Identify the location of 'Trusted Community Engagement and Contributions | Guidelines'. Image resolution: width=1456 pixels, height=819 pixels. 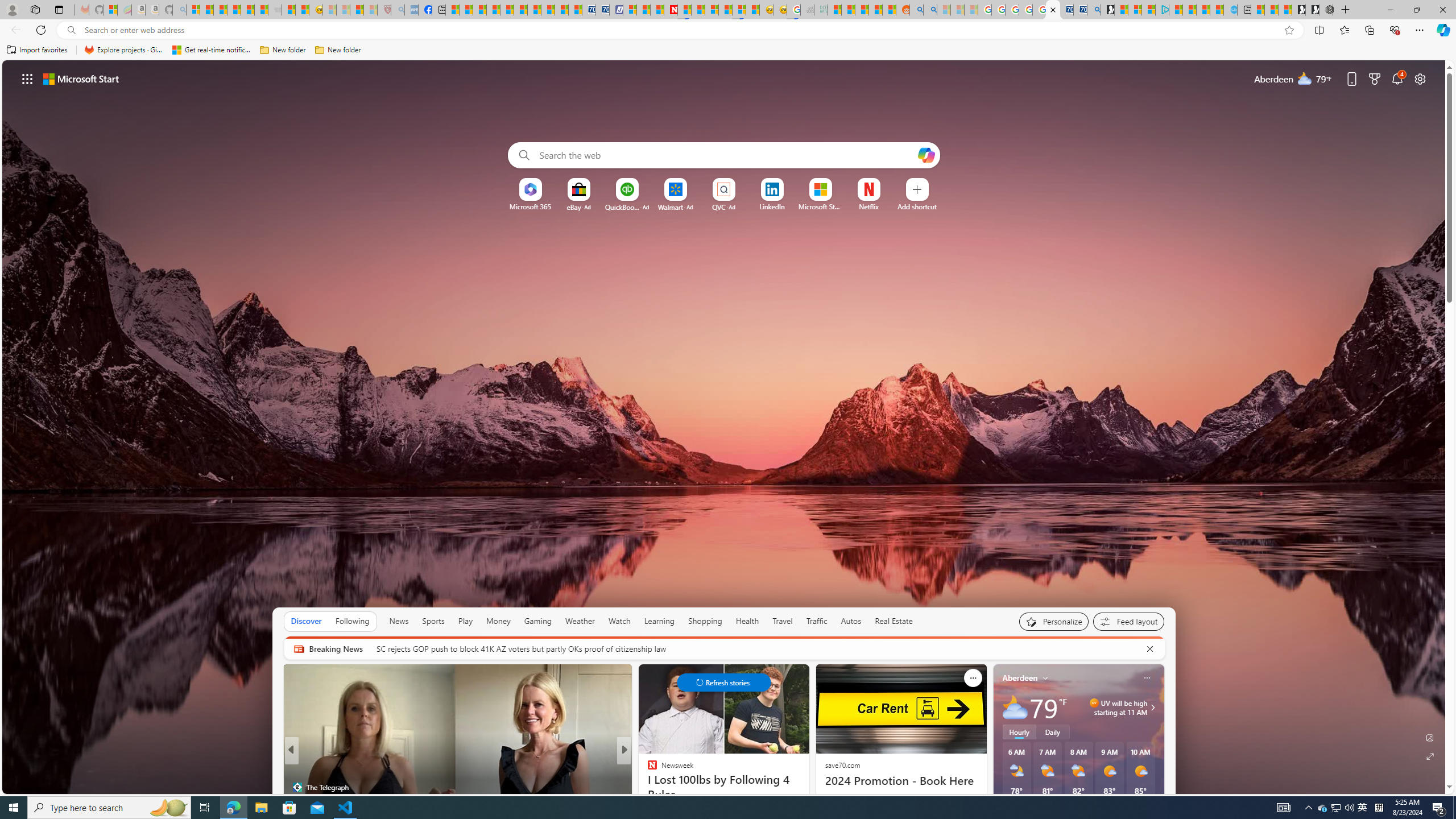
(684, 9).